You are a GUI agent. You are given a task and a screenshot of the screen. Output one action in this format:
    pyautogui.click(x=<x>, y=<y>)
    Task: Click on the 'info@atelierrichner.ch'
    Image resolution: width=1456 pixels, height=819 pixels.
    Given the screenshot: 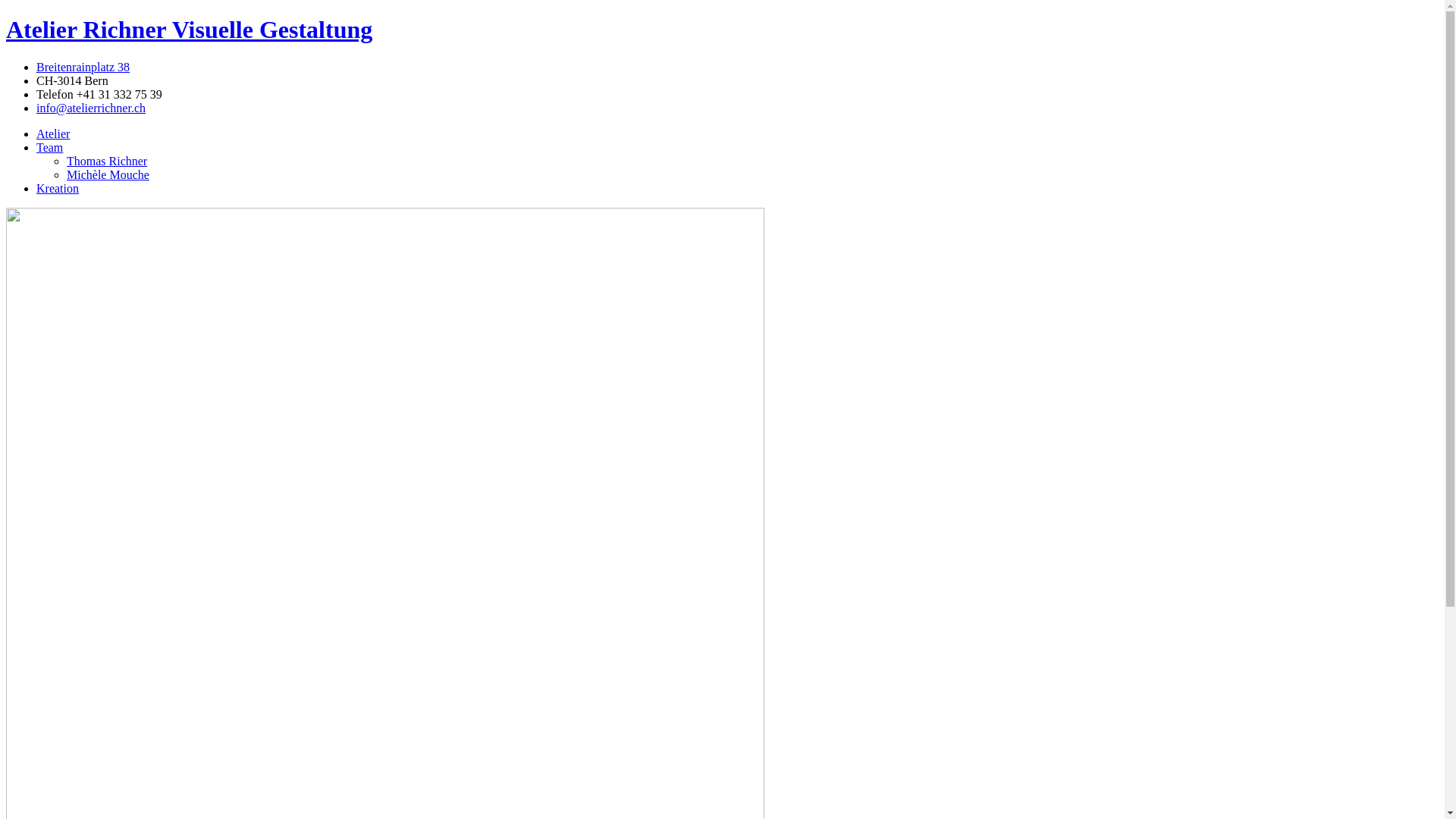 What is the action you would take?
    pyautogui.click(x=36, y=107)
    